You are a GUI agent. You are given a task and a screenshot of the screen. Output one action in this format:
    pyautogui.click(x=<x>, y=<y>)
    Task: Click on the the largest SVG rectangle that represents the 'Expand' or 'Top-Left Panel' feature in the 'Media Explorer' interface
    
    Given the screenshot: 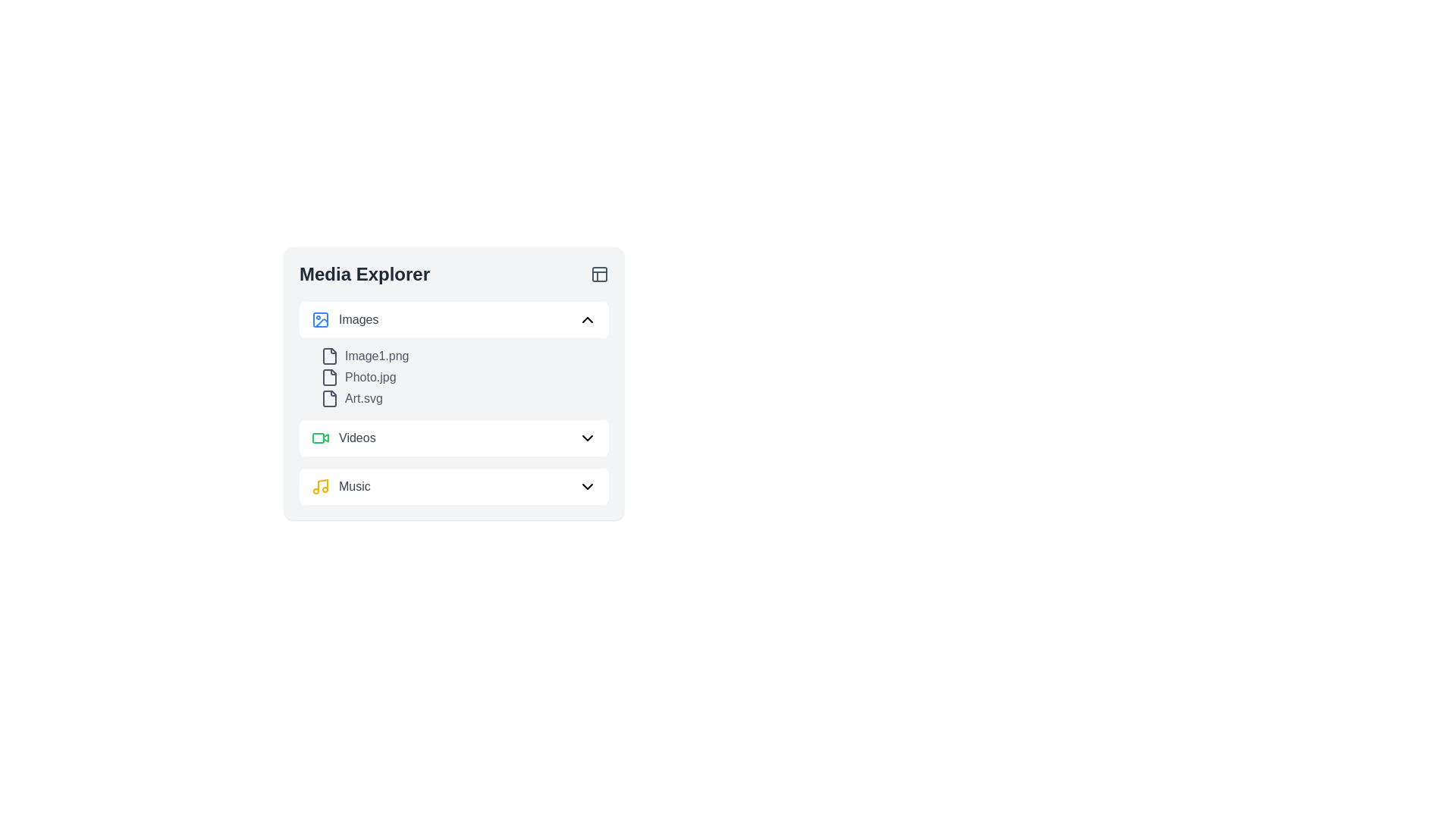 What is the action you would take?
    pyautogui.click(x=599, y=275)
    